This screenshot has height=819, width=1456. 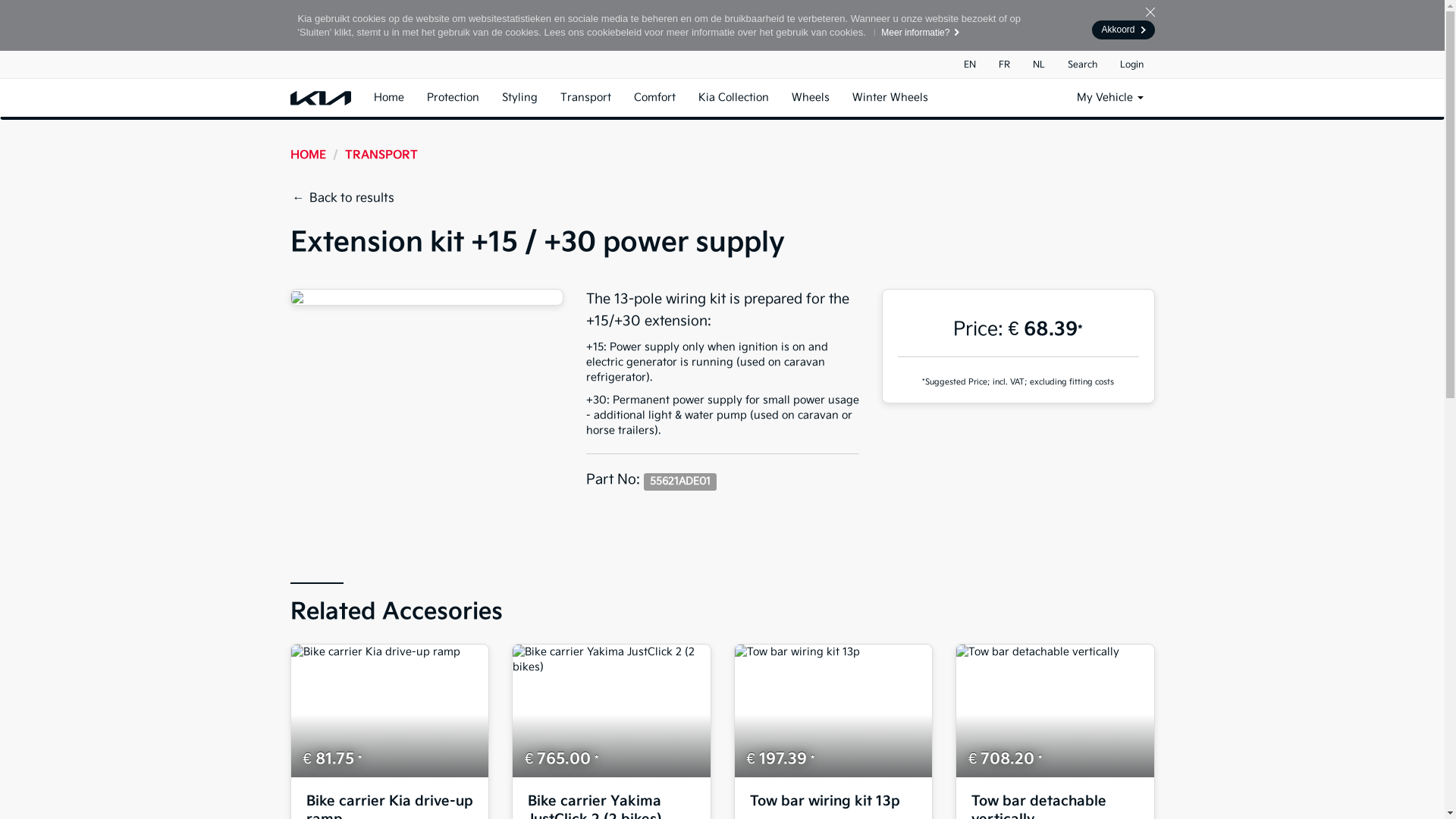 What do you see at coordinates (1063, 97) in the screenshot?
I see `'My Vehicle'` at bounding box center [1063, 97].